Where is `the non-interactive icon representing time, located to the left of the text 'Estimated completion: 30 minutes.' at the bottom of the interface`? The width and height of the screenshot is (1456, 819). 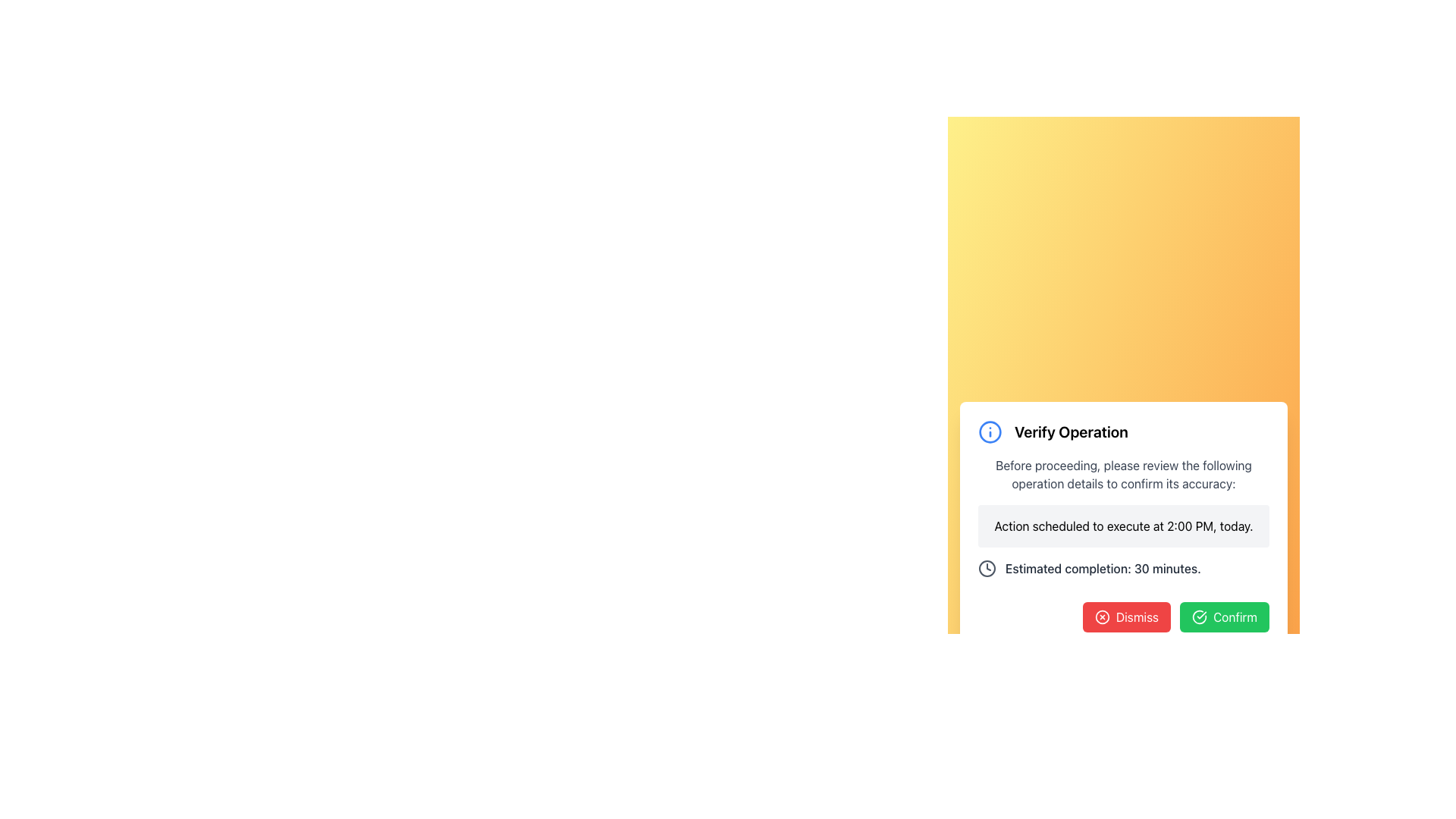 the non-interactive icon representing time, located to the left of the text 'Estimated completion: 30 minutes.' at the bottom of the interface is located at coordinates (987, 568).